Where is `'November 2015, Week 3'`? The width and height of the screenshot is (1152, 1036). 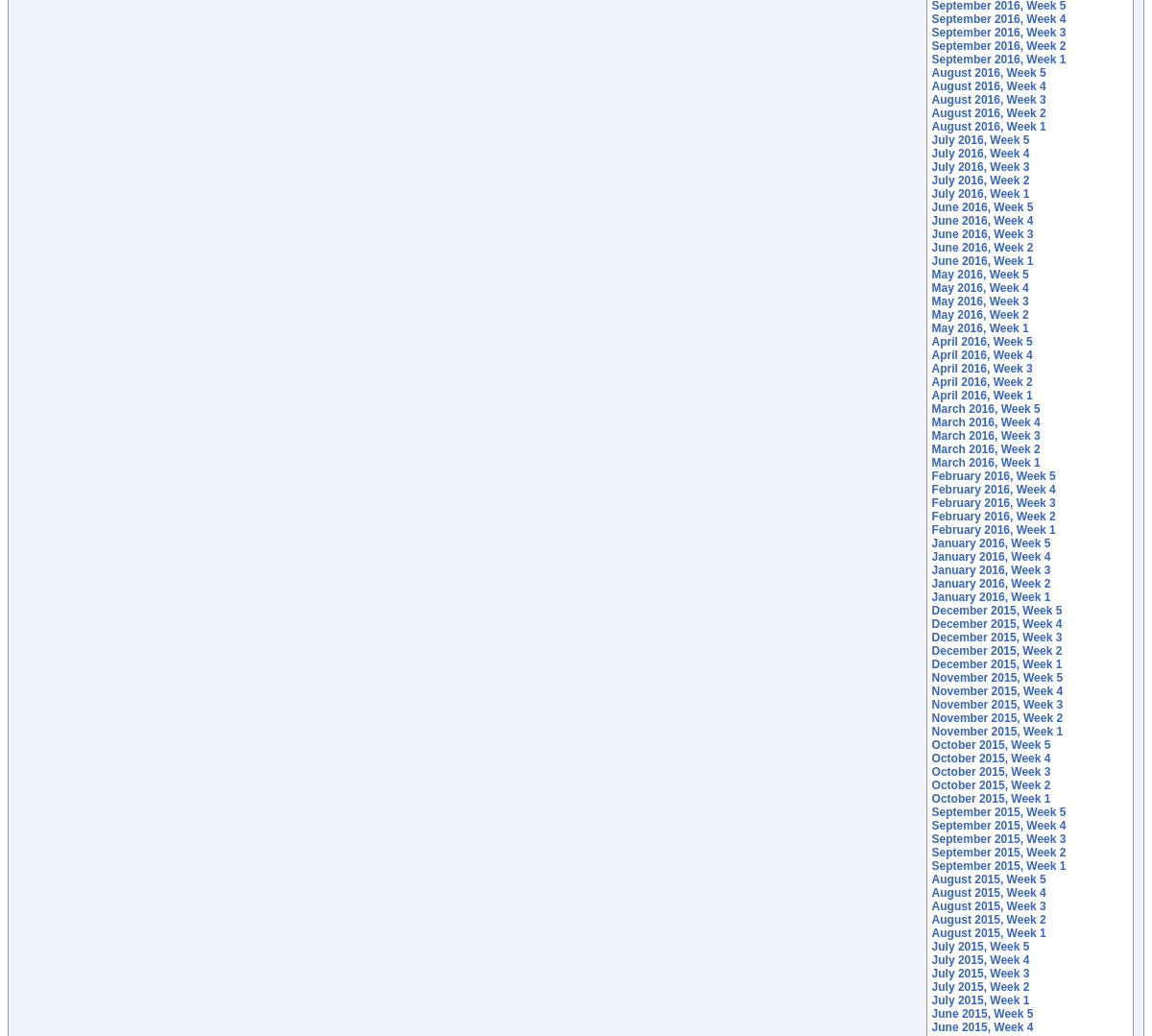 'November 2015, Week 3' is located at coordinates (996, 704).